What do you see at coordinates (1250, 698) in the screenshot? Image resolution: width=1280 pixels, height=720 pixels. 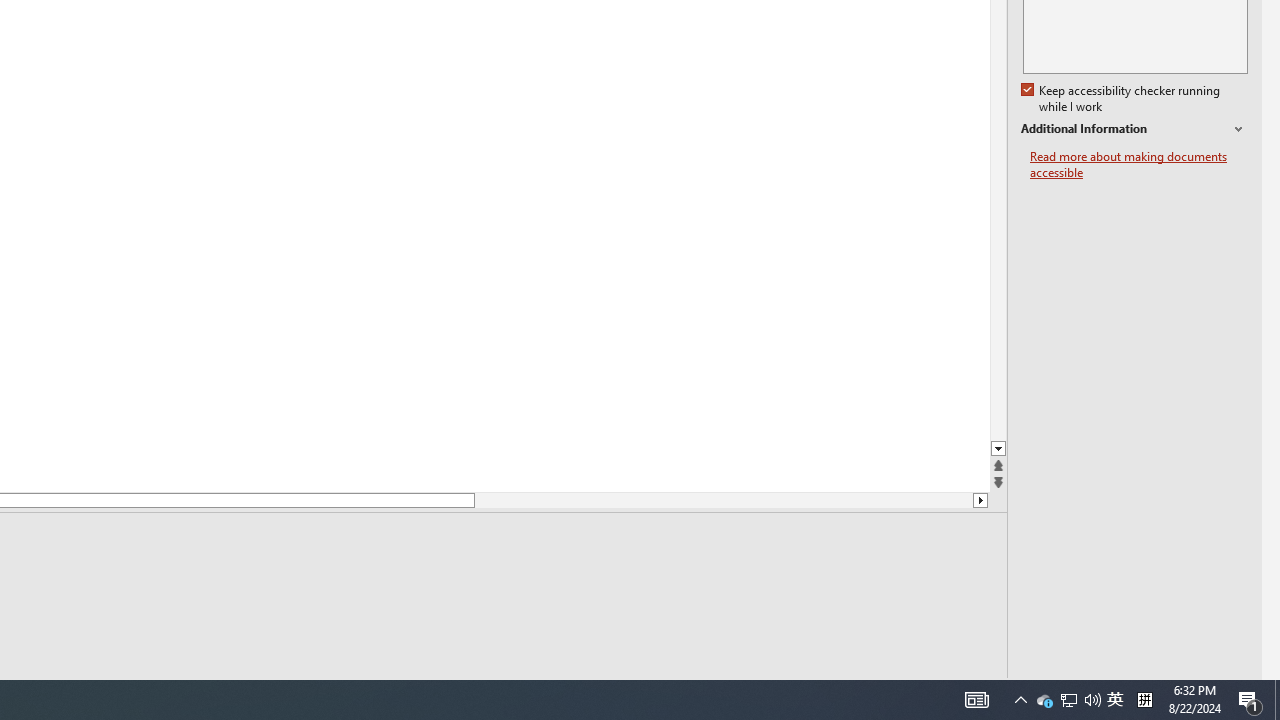 I see `'Action Center, 1 new notification'` at bounding box center [1250, 698].